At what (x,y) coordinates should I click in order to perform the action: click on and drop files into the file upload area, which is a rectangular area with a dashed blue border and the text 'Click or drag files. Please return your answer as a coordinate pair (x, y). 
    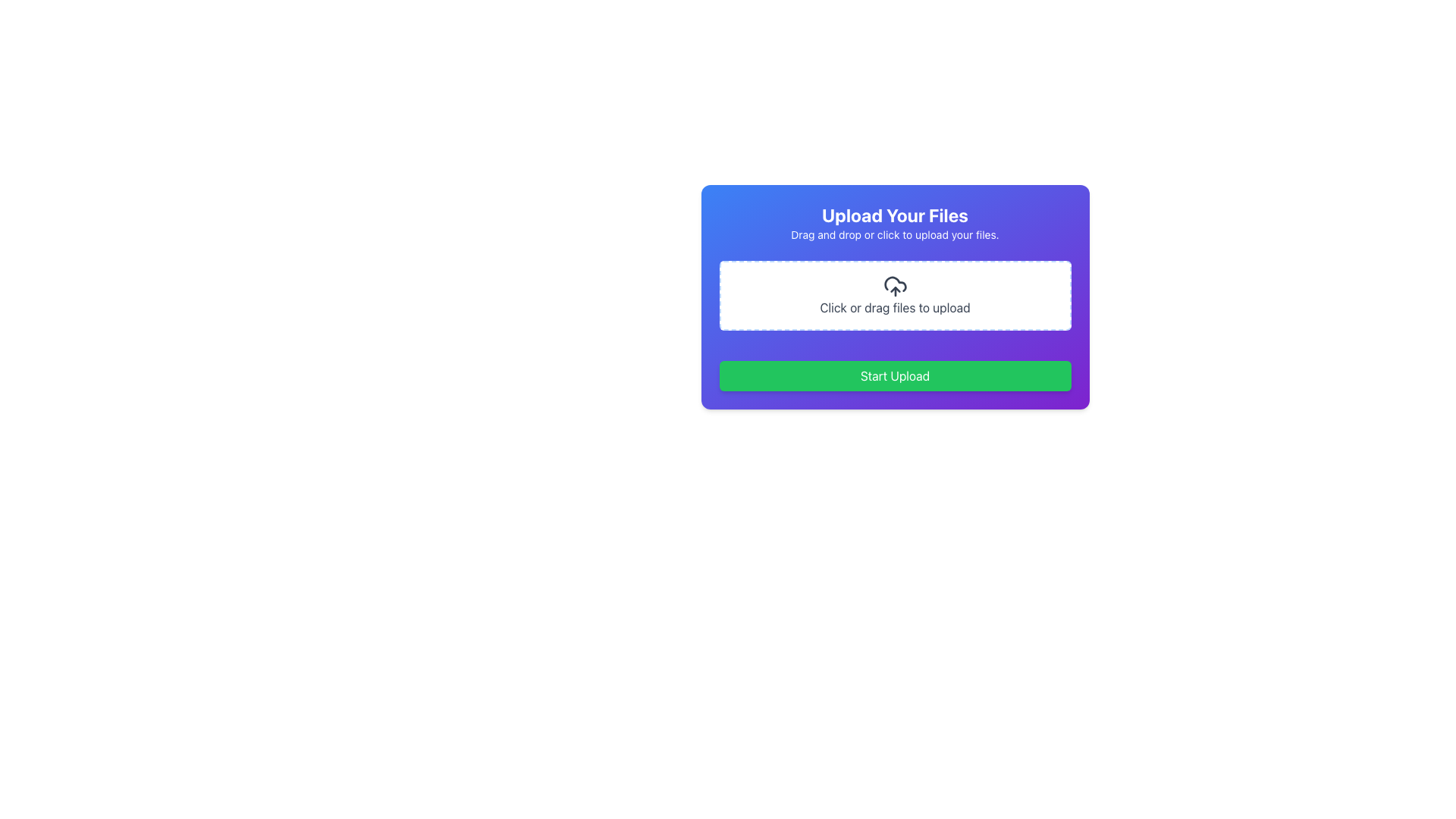
    Looking at the image, I should click on (895, 295).